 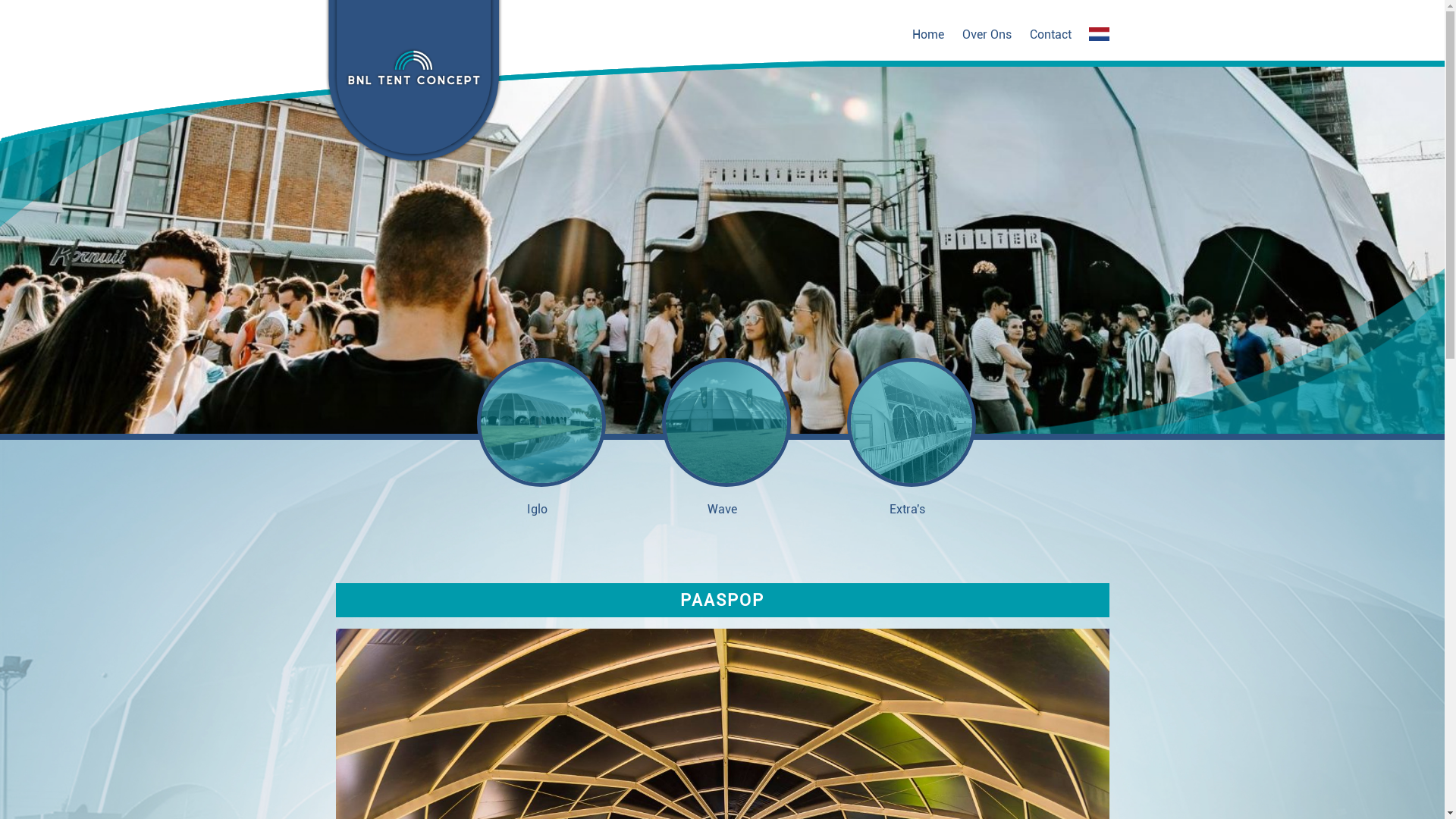 What do you see at coordinates (906, 437) in the screenshot?
I see `'Extra's'` at bounding box center [906, 437].